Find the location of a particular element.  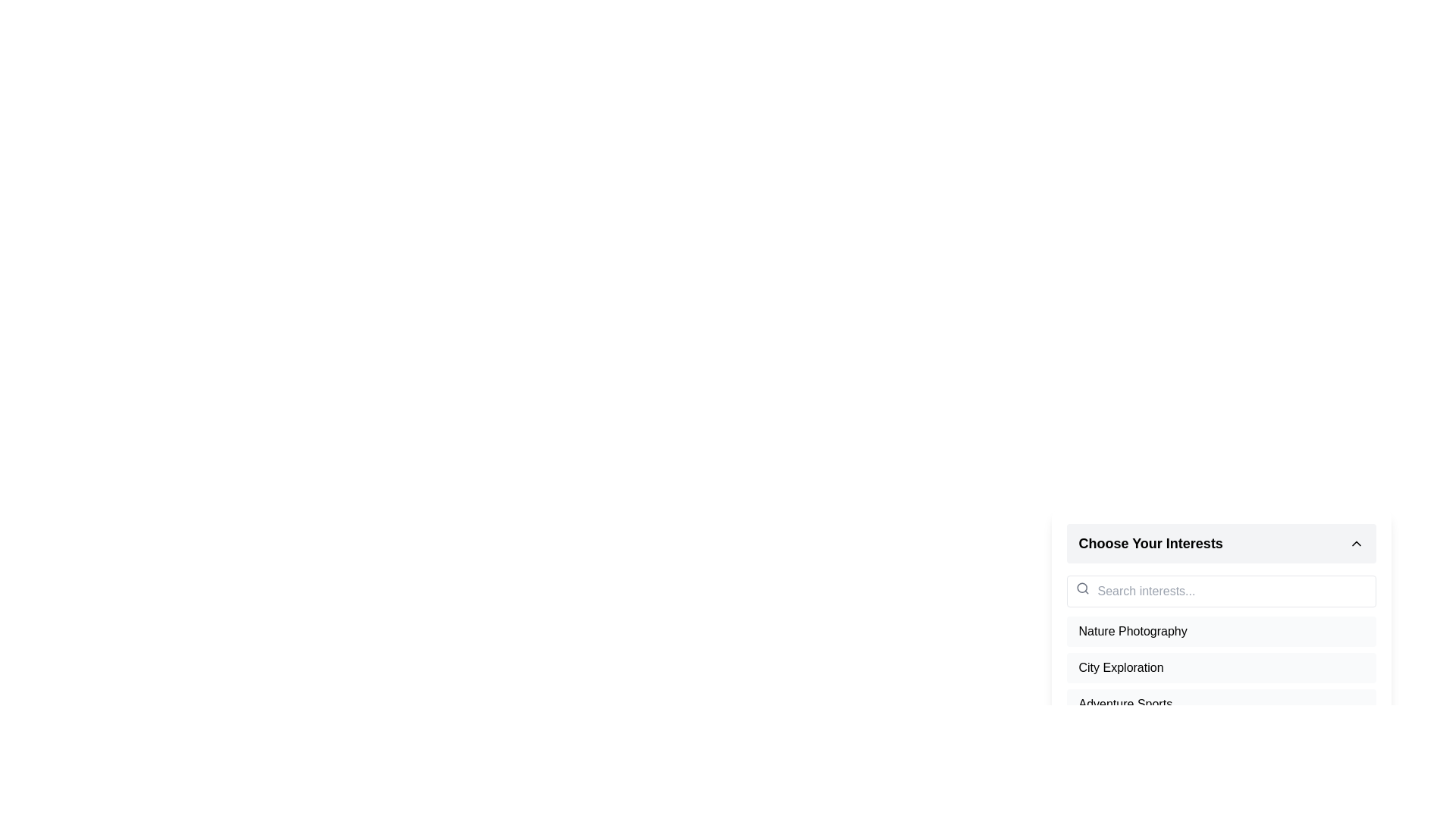

the 'Choose Your Interests' section title with bold black text is located at coordinates (1221, 543).